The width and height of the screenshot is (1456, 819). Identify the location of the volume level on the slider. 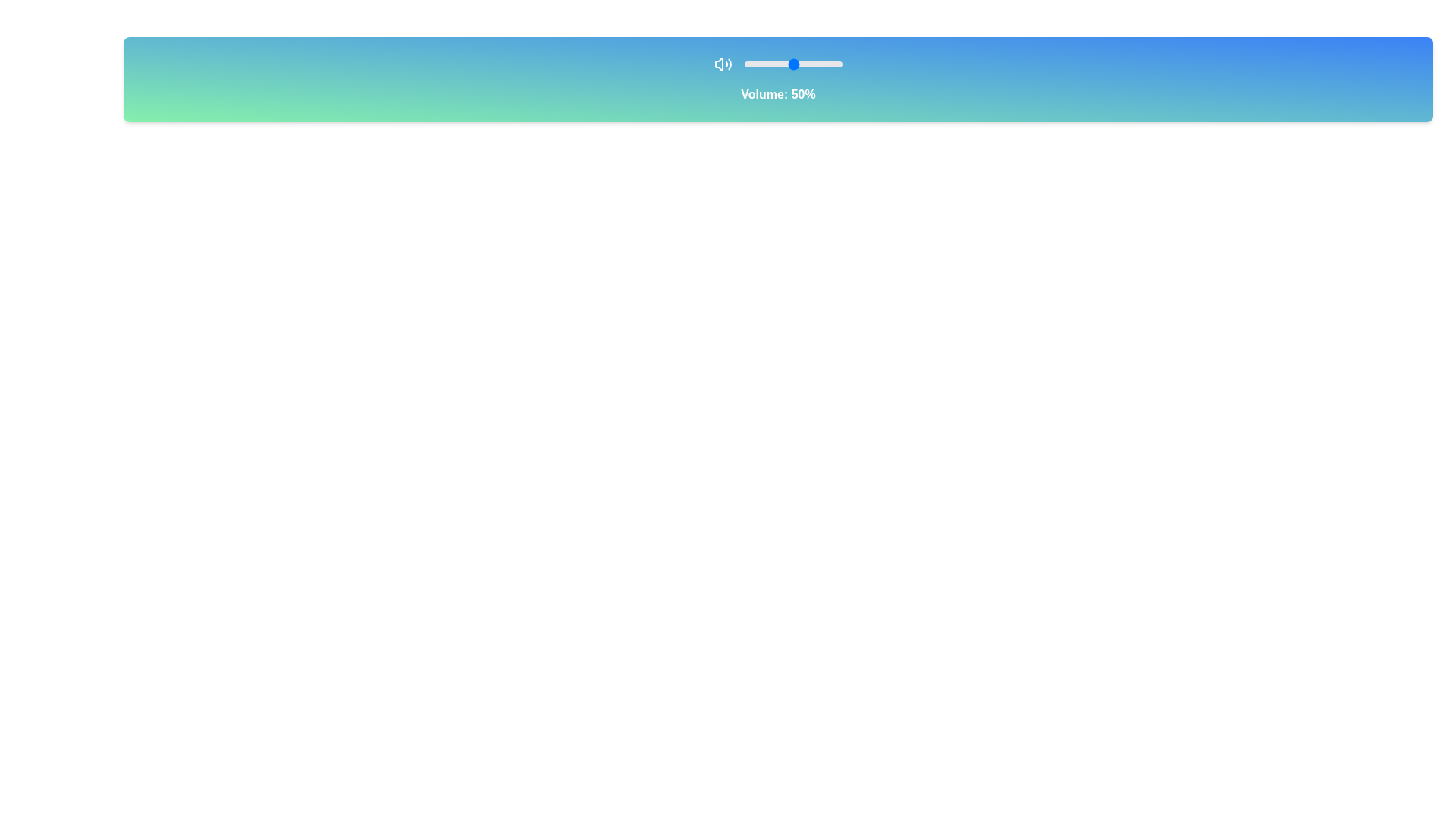
(833, 63).